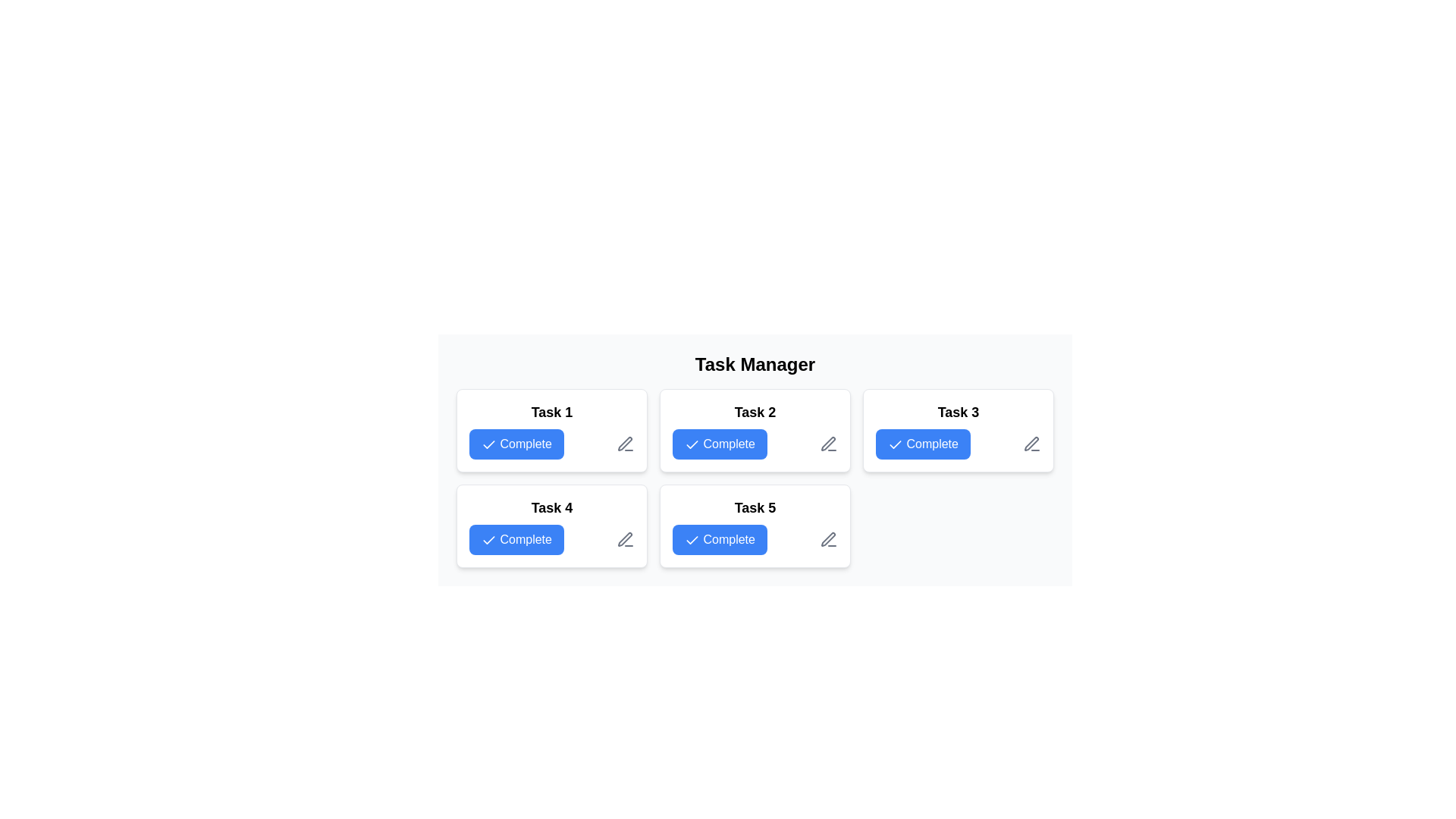  Describe the element at coordinates (922, 444) in the screenshot. I see `the button in the top-right of the 'Task 3' card to mark the corresponding task as complete` at that location.